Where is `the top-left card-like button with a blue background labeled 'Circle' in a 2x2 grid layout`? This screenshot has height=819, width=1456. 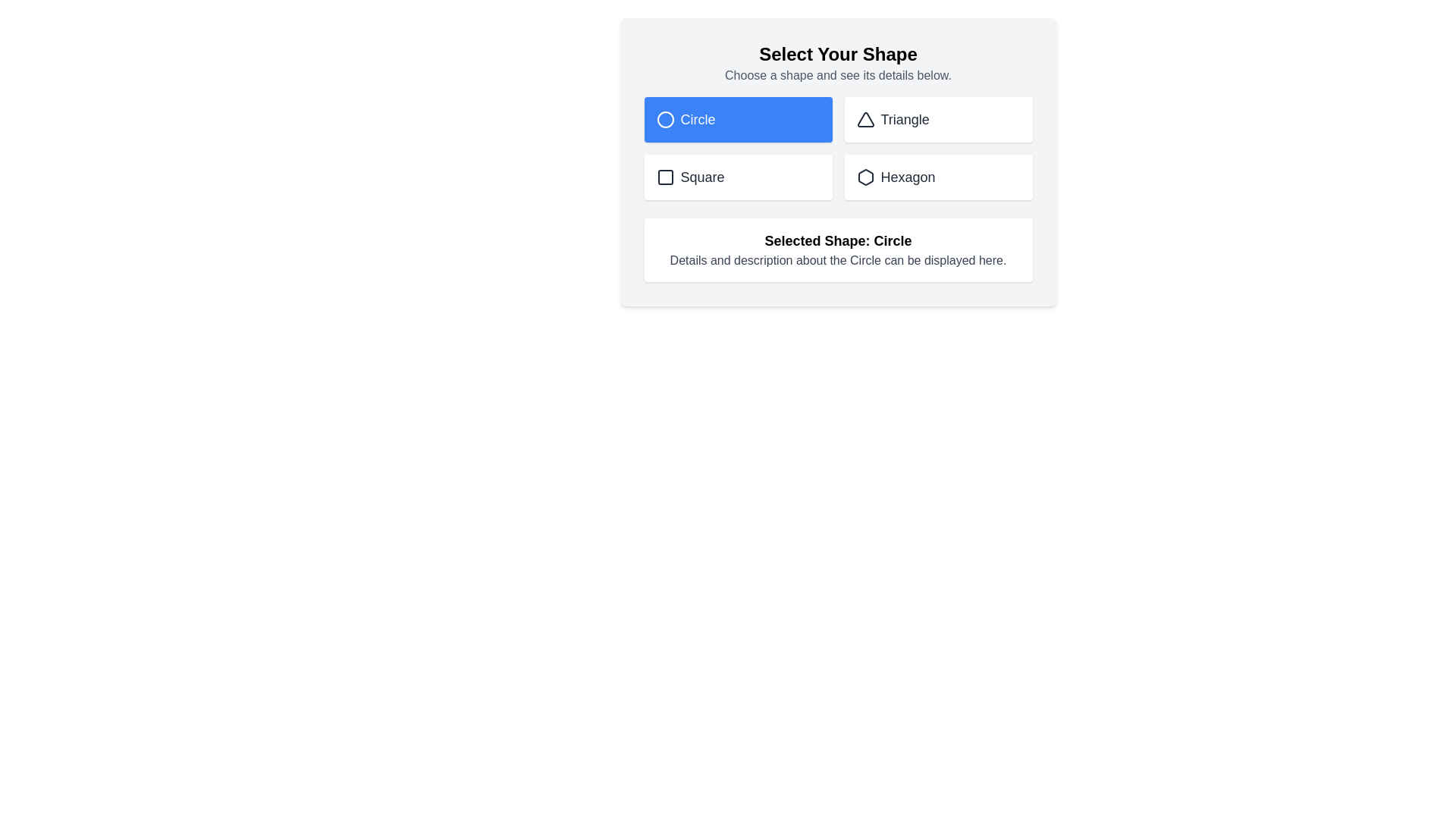 the top-left card-like button with a blue background labeled 'Circle' in a 2x2 grid layout is located at coordinates (738, 119).